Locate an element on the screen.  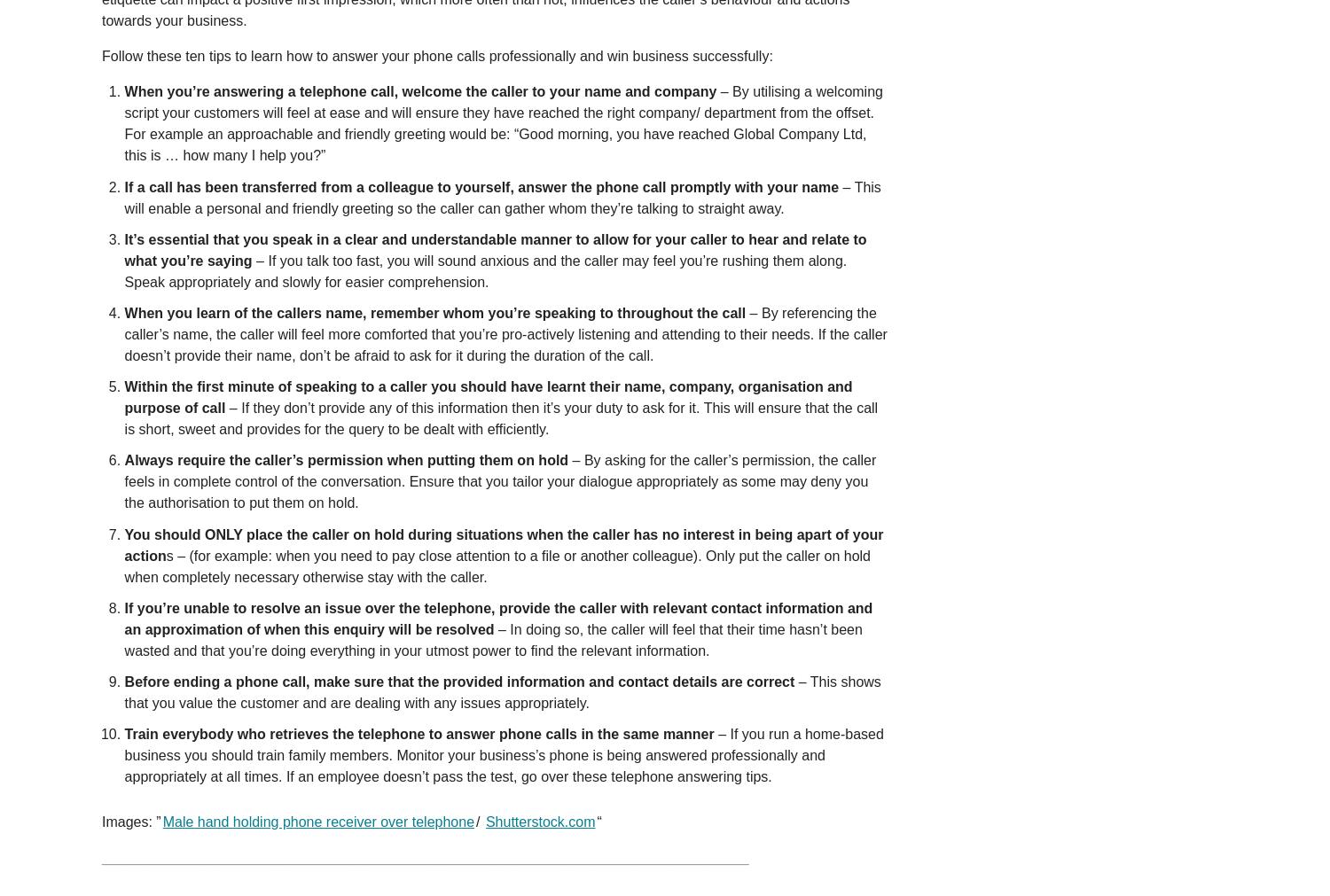
'– By utilising a welcoming script your customers will feel at ease and will ensure they have reached the right company/ department from the offset. For example an approachable and friendly greeting would be: “Good morning, you have reached Global Company Ltd, this is … how many I help you?”' is located at coordinates (502, 122).